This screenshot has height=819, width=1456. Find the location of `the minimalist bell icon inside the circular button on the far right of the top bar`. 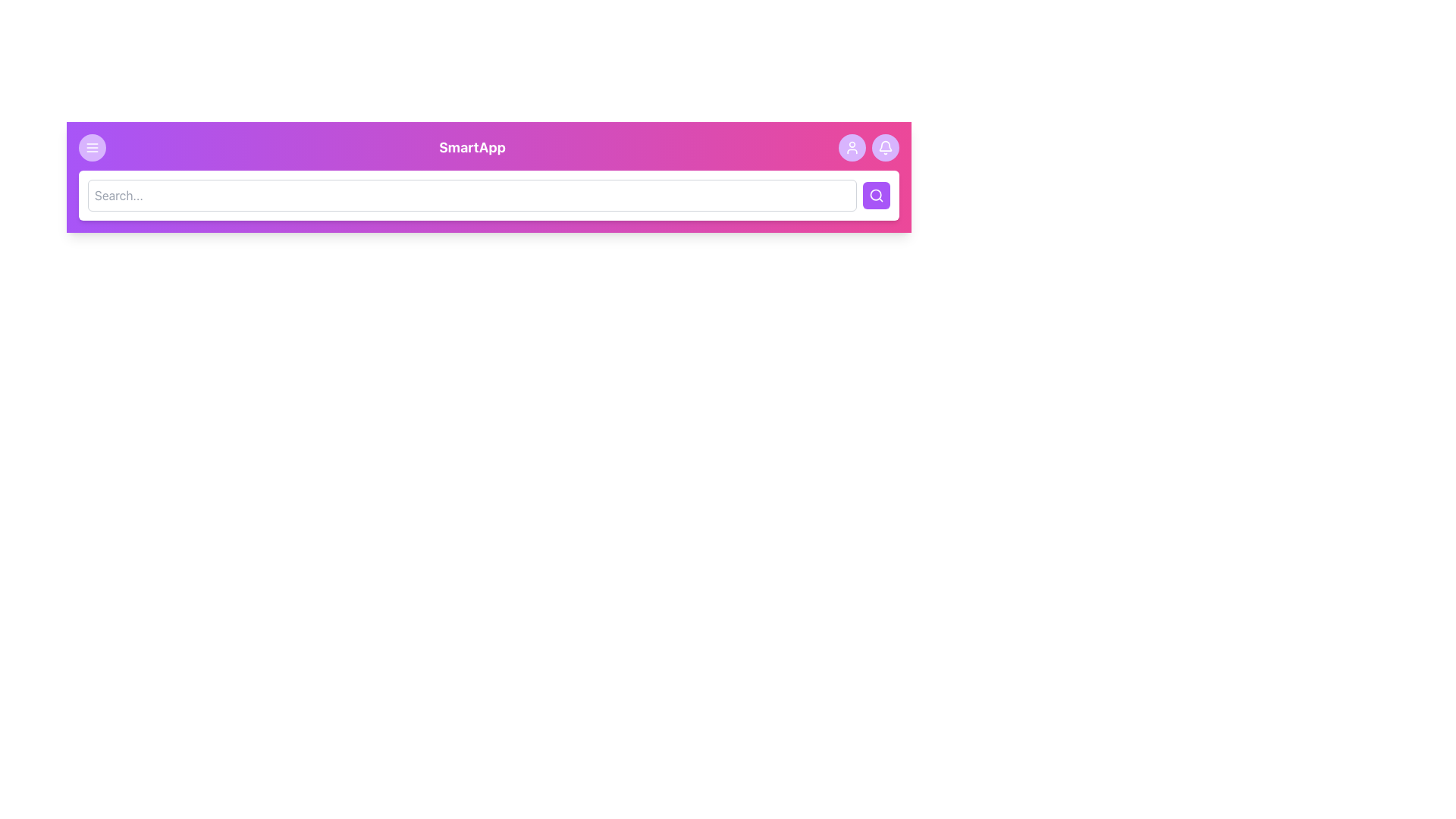

the minimalist bell icon inside the circular button on the far right of the top bar is located at coordinates (885, 148).